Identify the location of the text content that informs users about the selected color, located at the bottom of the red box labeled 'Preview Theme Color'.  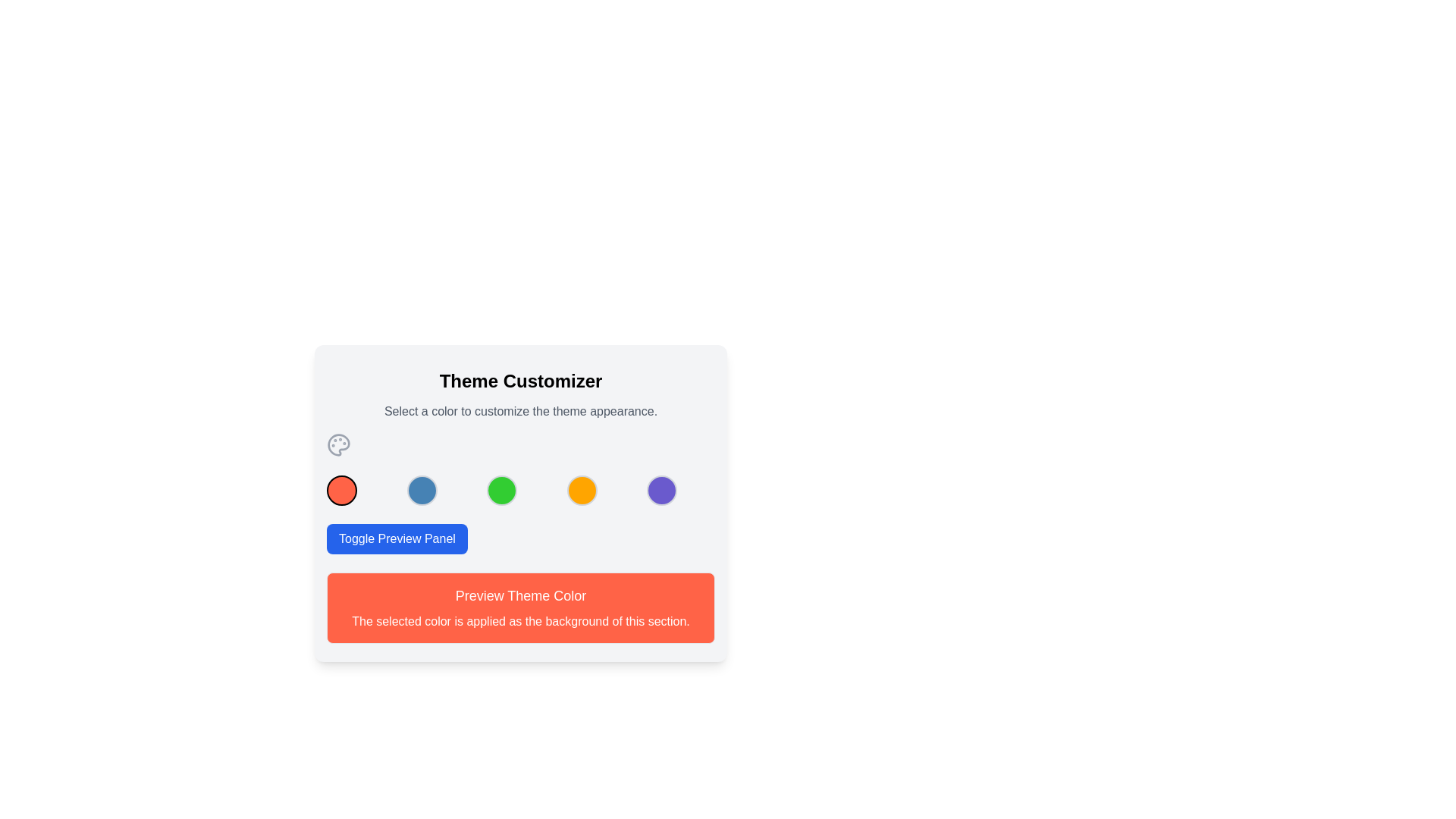
(520, 622).